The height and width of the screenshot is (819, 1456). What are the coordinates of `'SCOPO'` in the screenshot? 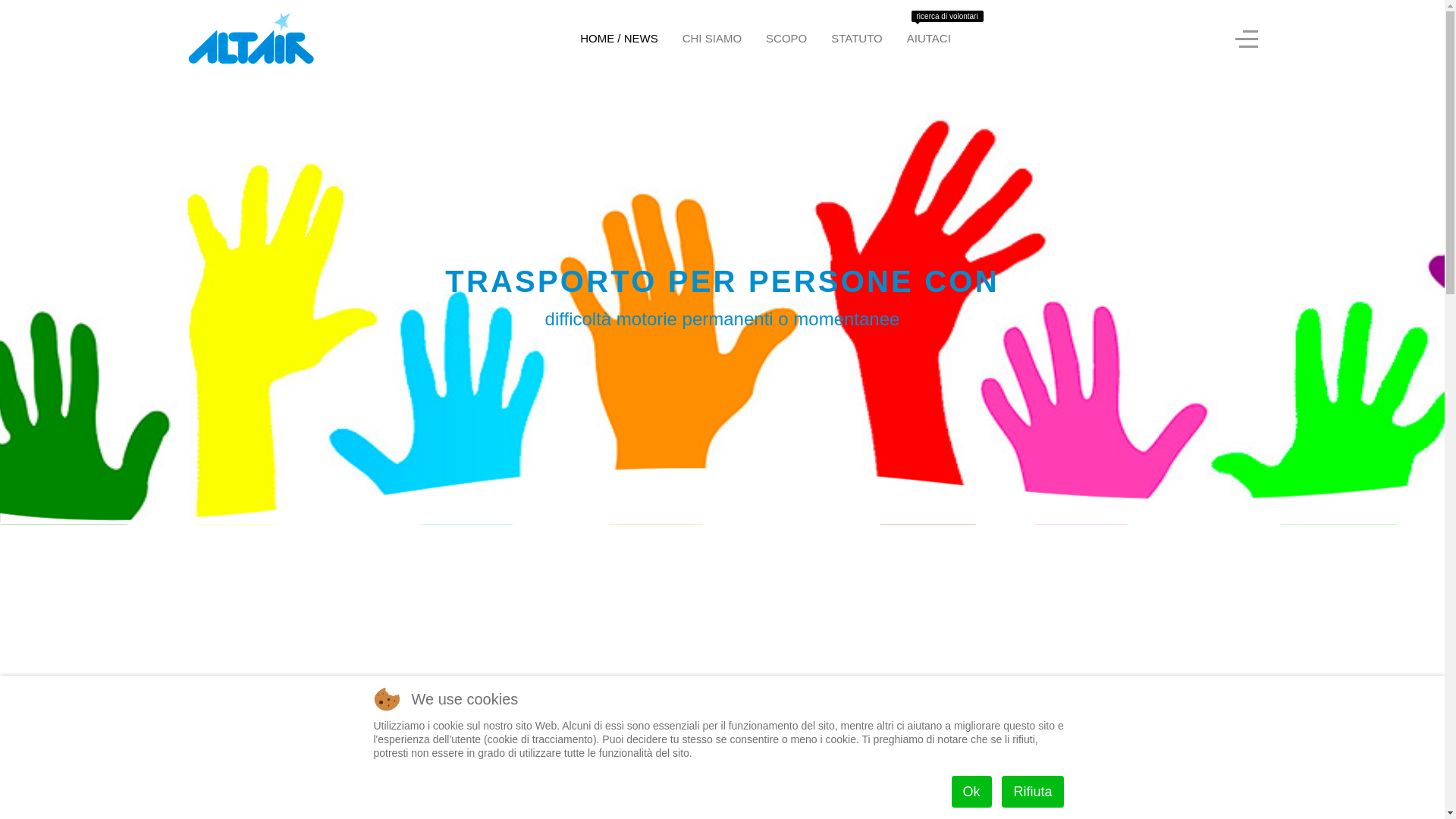 It's located at (786, 37).